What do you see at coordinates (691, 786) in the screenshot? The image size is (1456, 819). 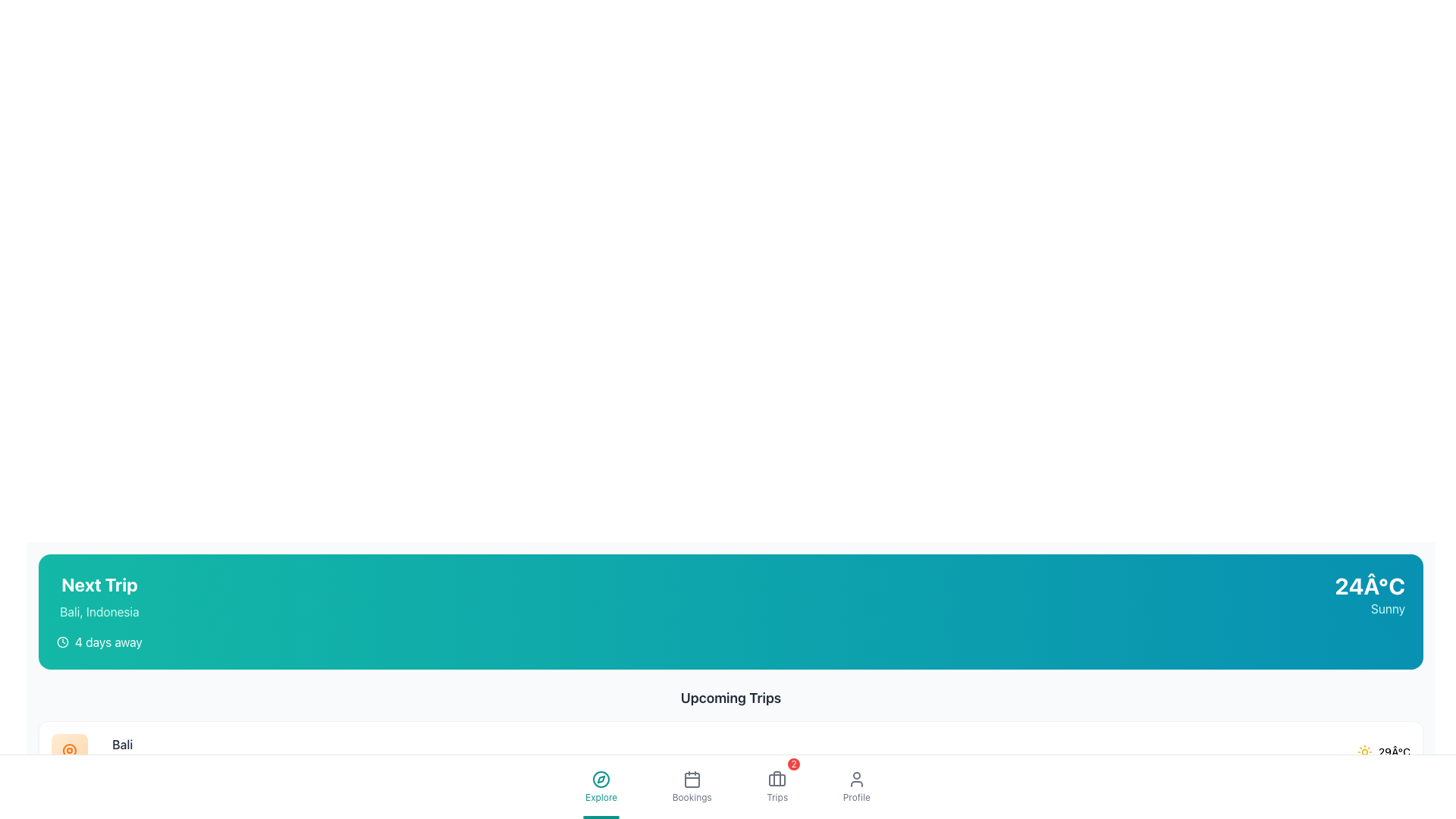 I see `the 'Bookings' button, which features a small calendar icon above the text and is positioned between 'Explore' and 'Trips' in the navigation menu` at bounding box center [691, 786].